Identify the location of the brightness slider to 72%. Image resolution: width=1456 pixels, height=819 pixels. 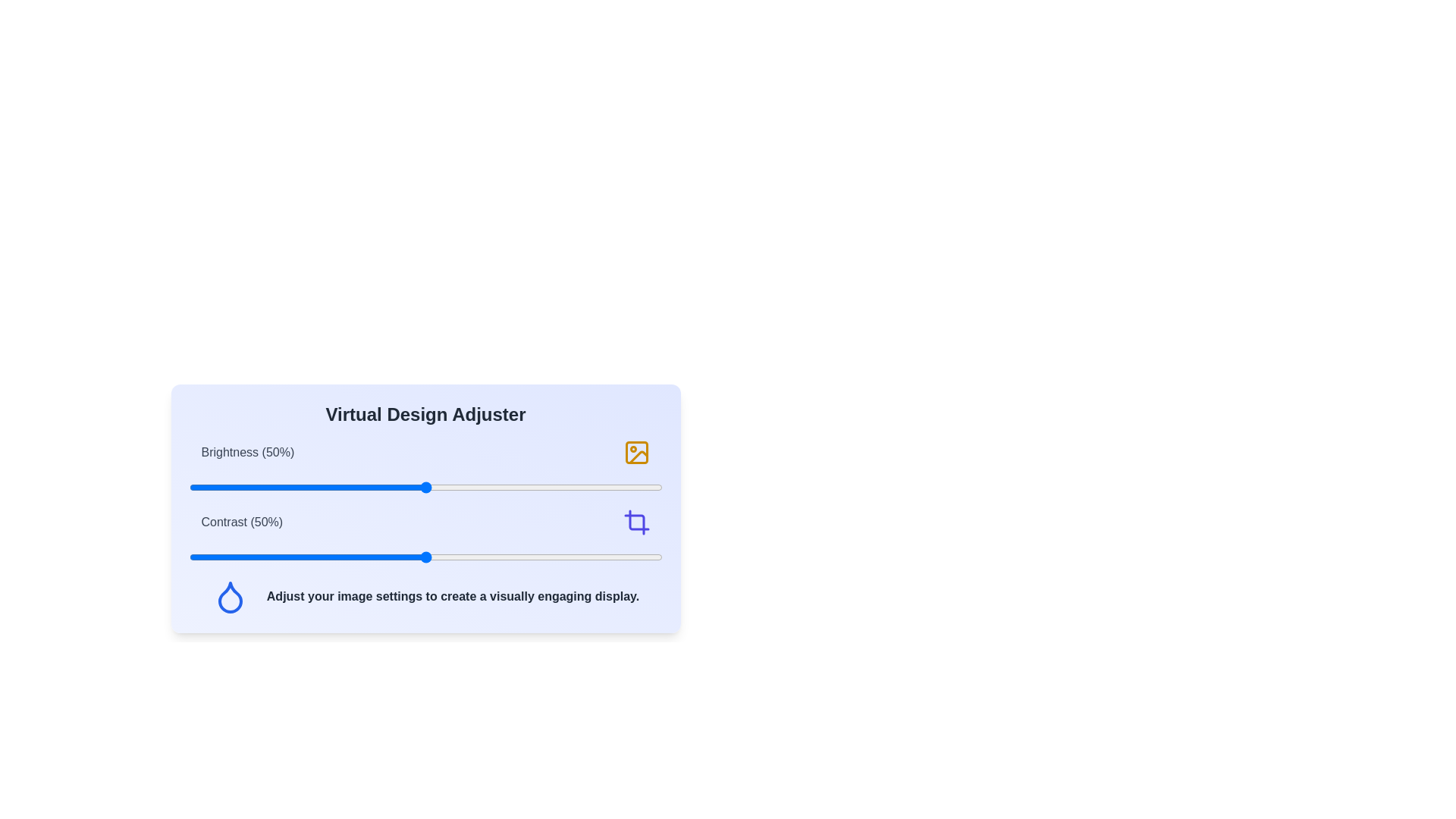
(529, 488).